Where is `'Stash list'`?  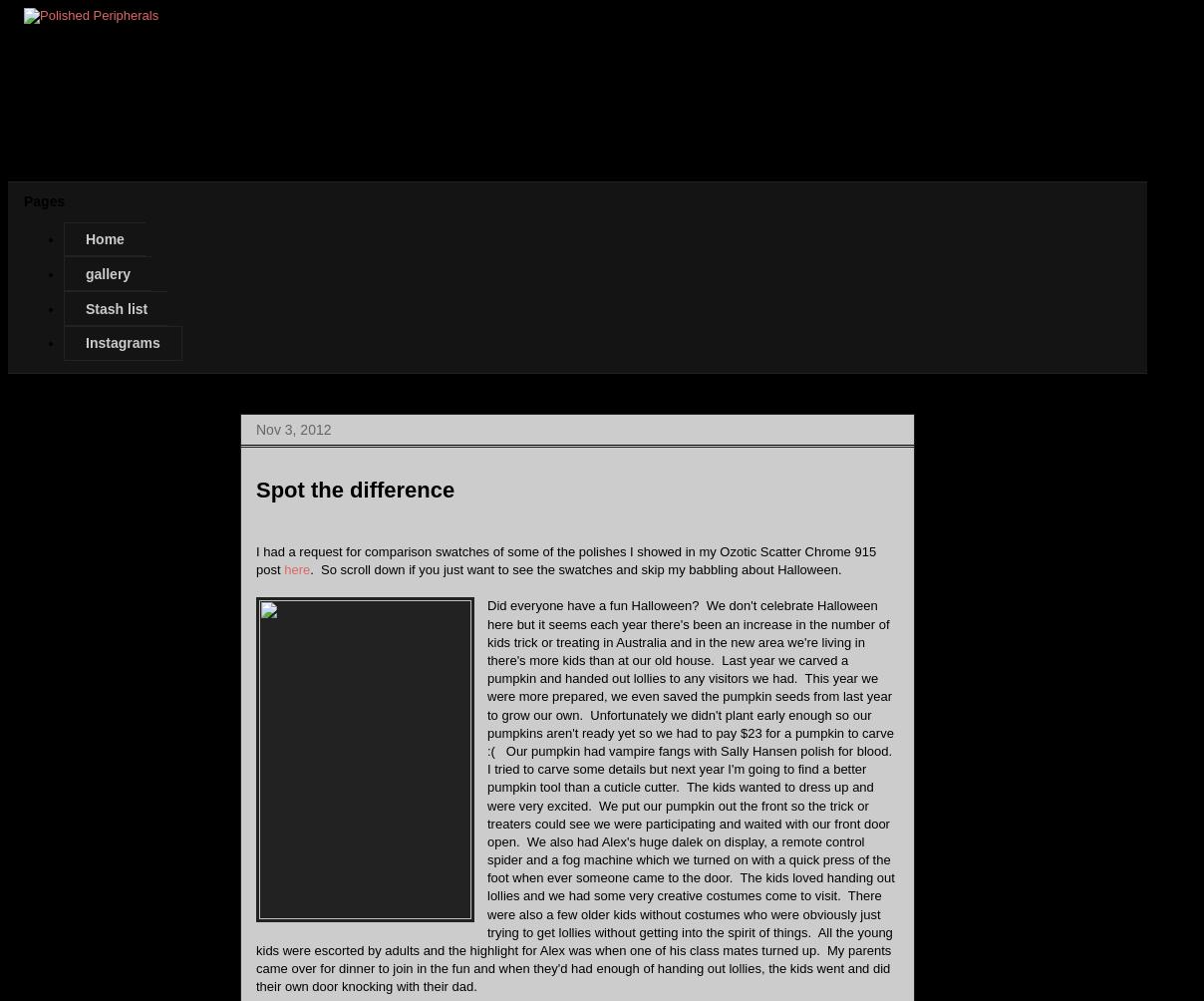 'Stash list' is located at coordinates (116, 308).